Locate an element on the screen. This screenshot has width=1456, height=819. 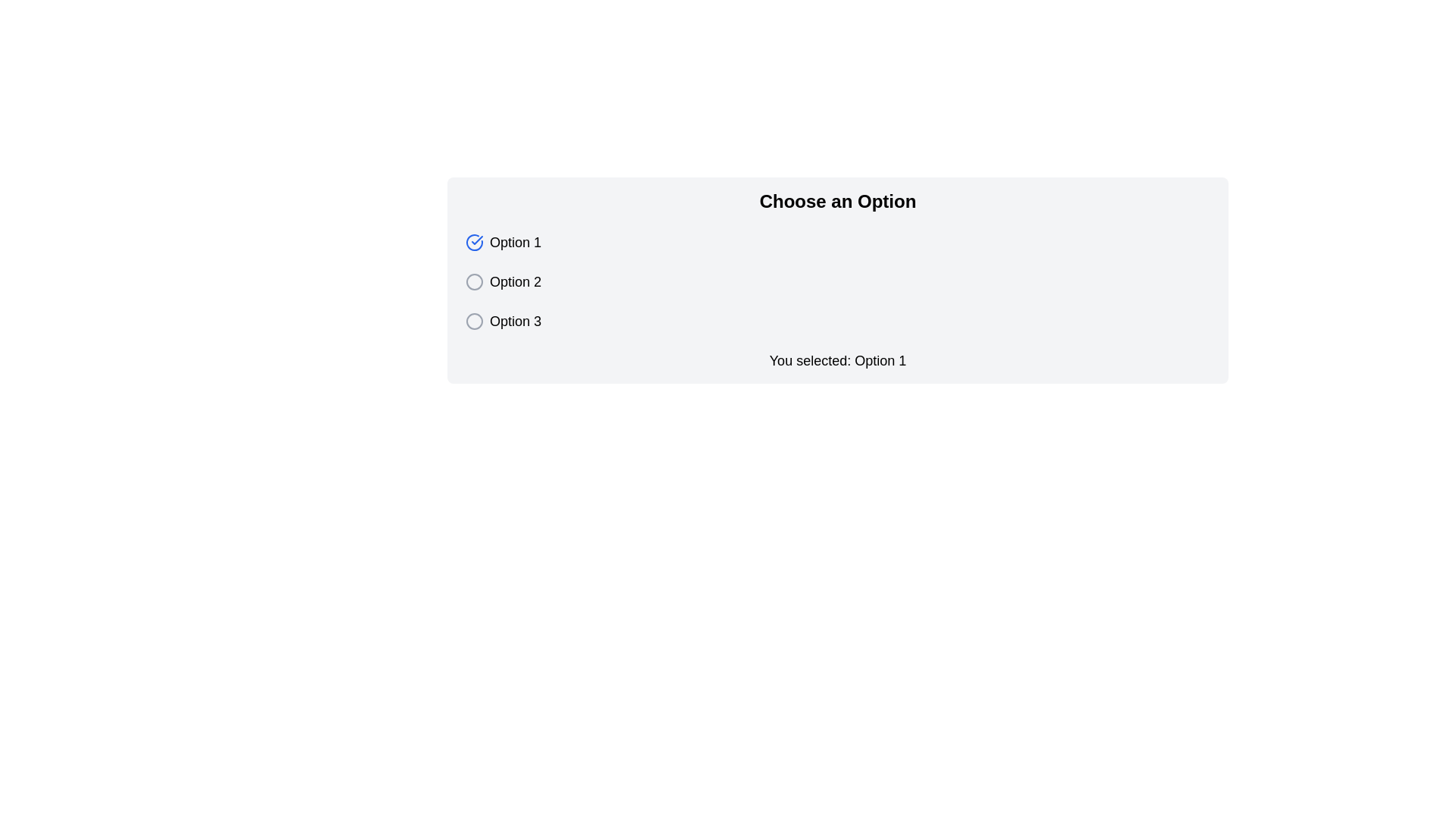
the circular radio button indicator icon which is styled as an outlined gray circle positioned to the left of the text 'Option 2' is located at coordinates (473, 281).